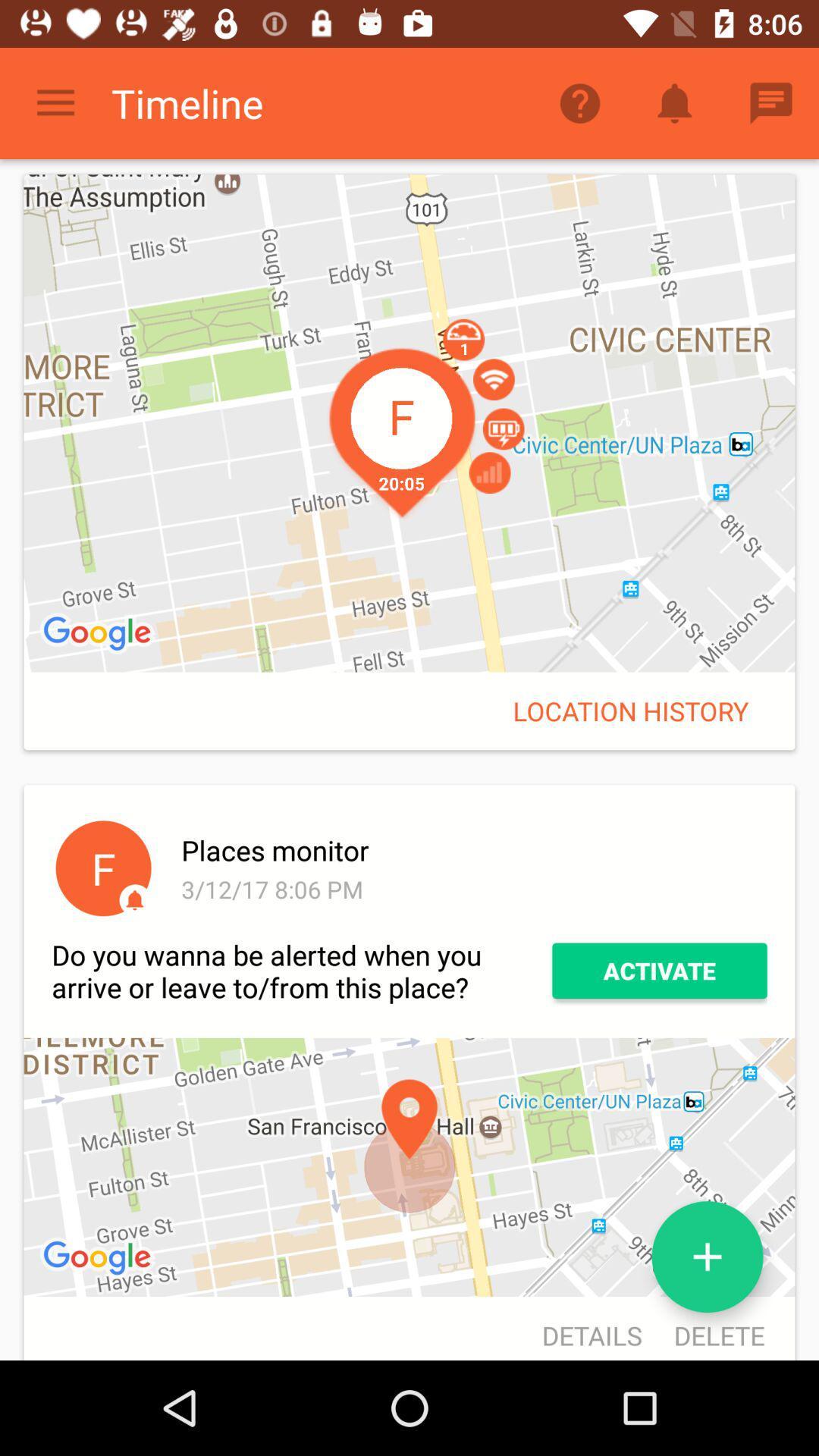 This screenshot has width=819, height=1456. Describe the element at coordinates (708, 1257) in the screenshot. I see `the add icon` at that location.